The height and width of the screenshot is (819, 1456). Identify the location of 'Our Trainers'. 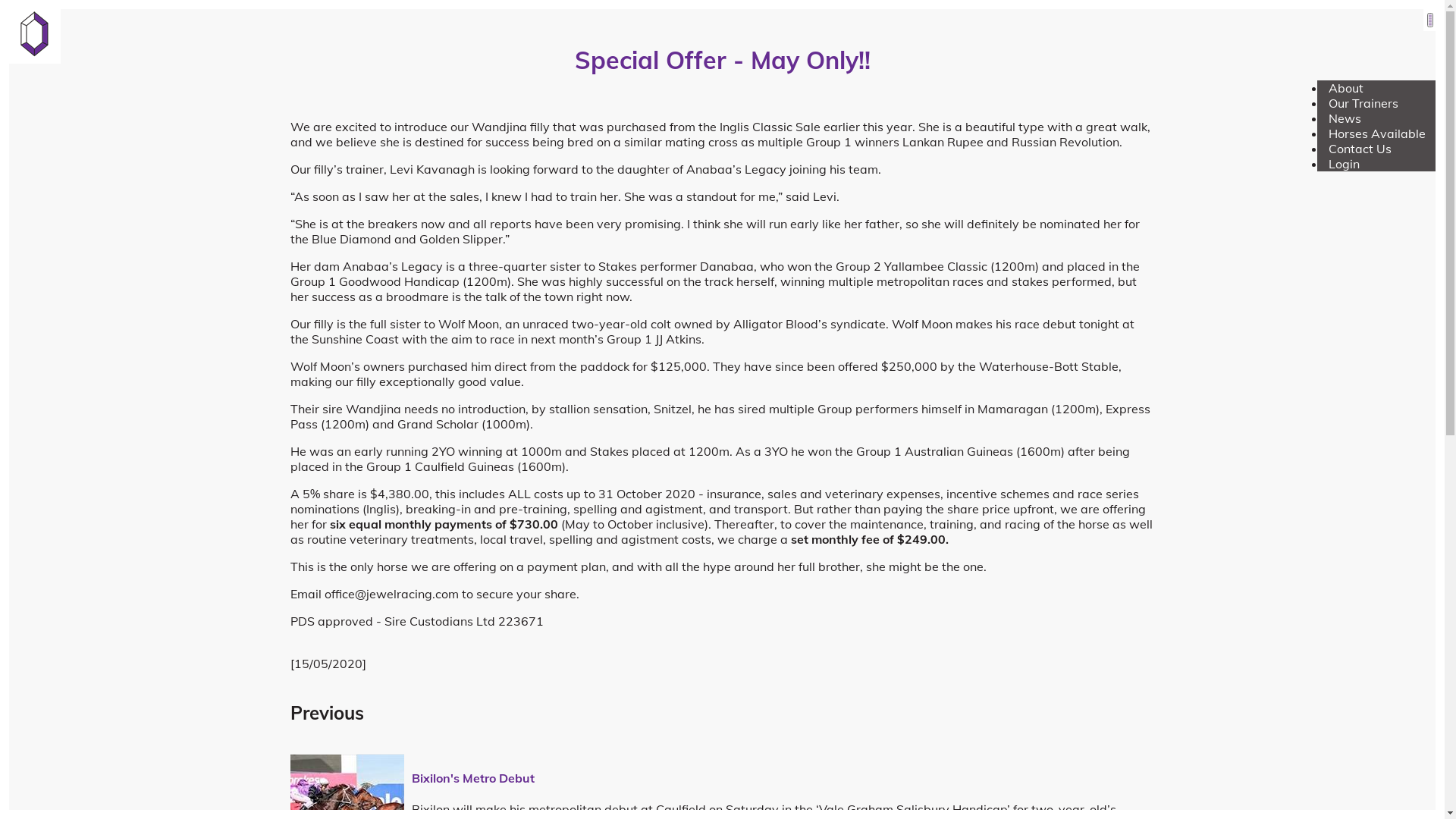
(1363, 102).